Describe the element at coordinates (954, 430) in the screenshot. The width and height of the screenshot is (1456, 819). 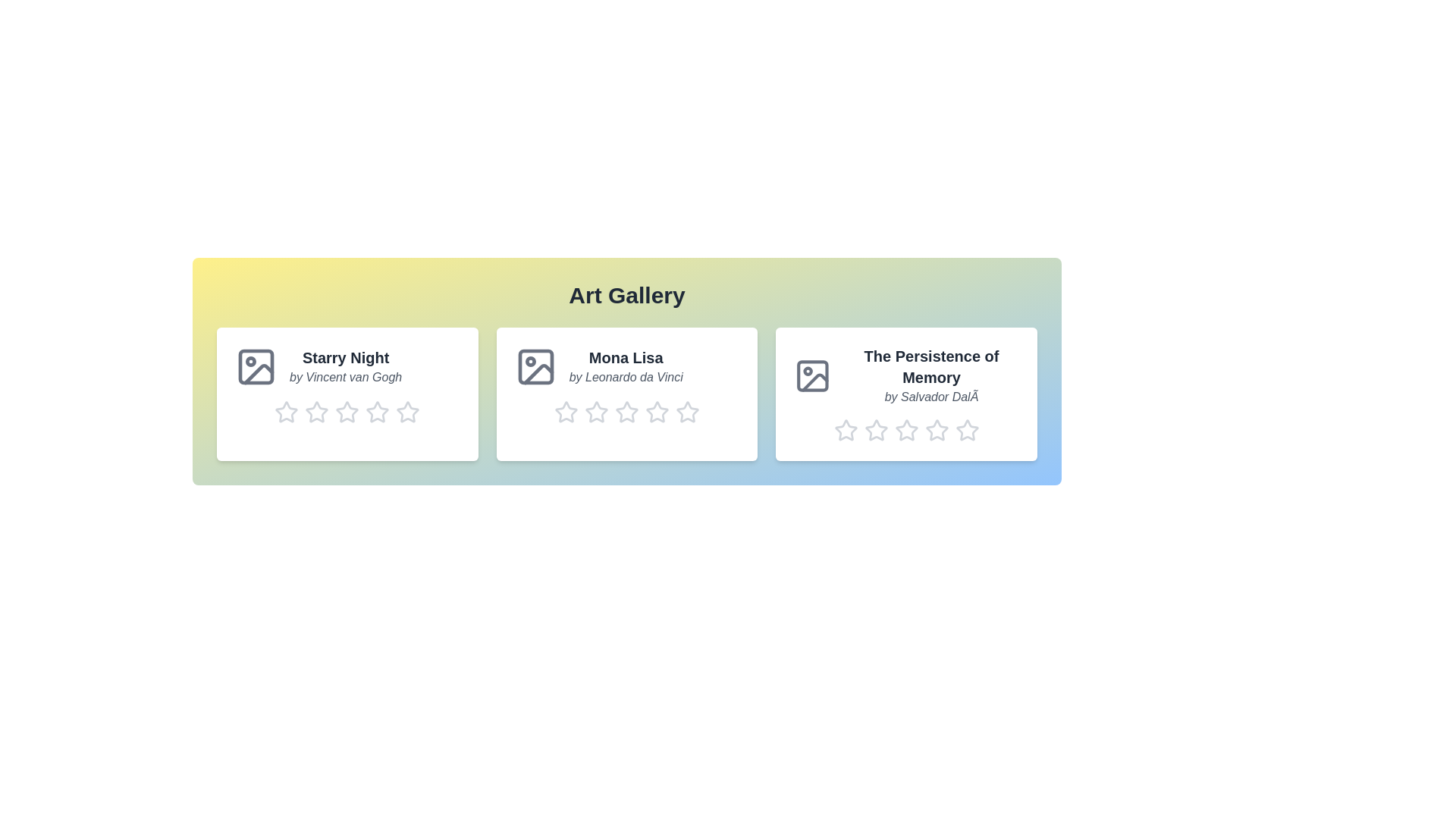
I see `the rating of artwork 3 to 5 stars` at that location.